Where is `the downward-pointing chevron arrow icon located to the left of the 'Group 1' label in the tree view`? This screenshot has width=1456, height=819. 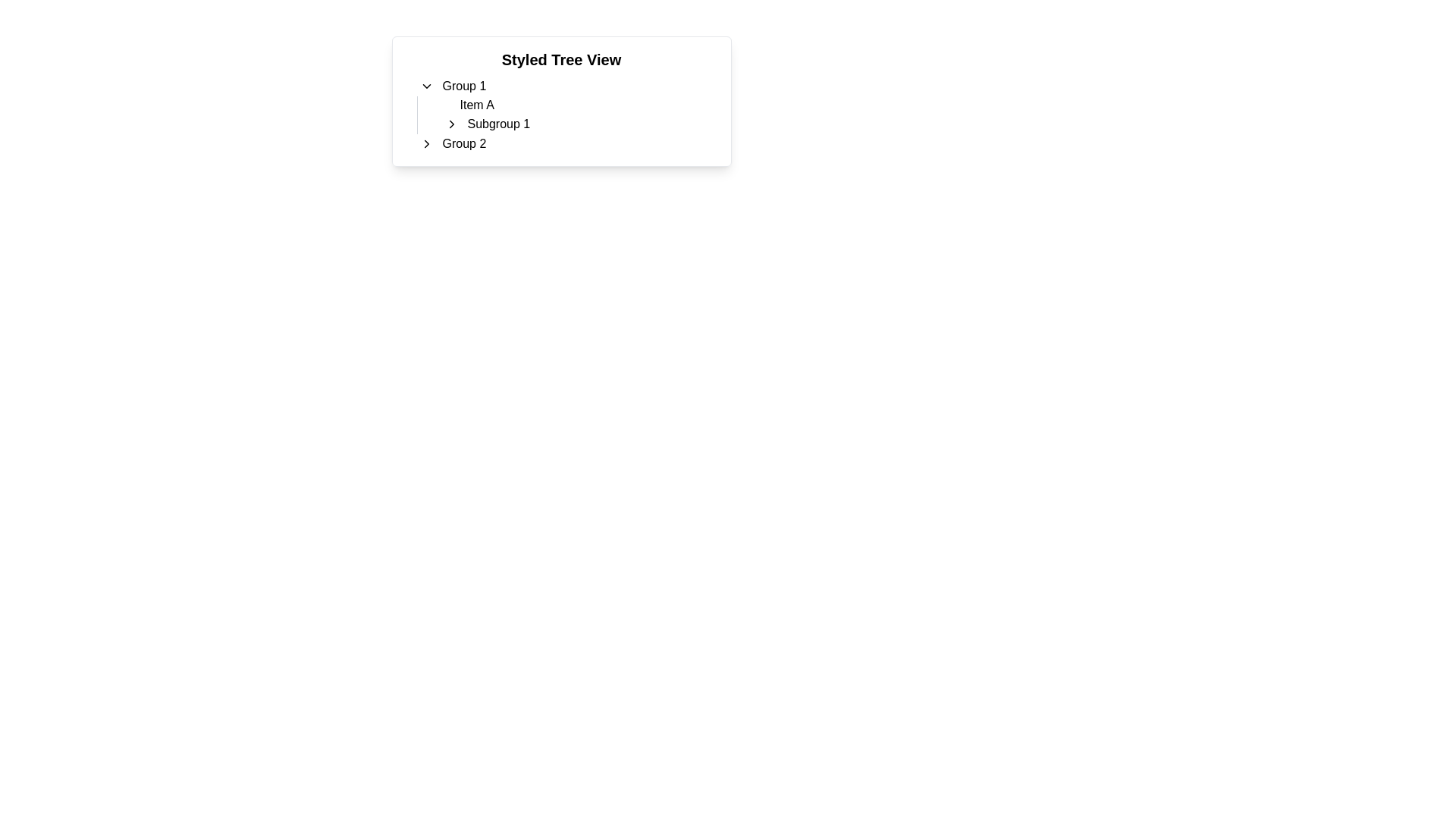
the downward-pointing chevron arrow icon located to the left of the 'Group 1' label in the tree view is located at coordinates (425, 86).